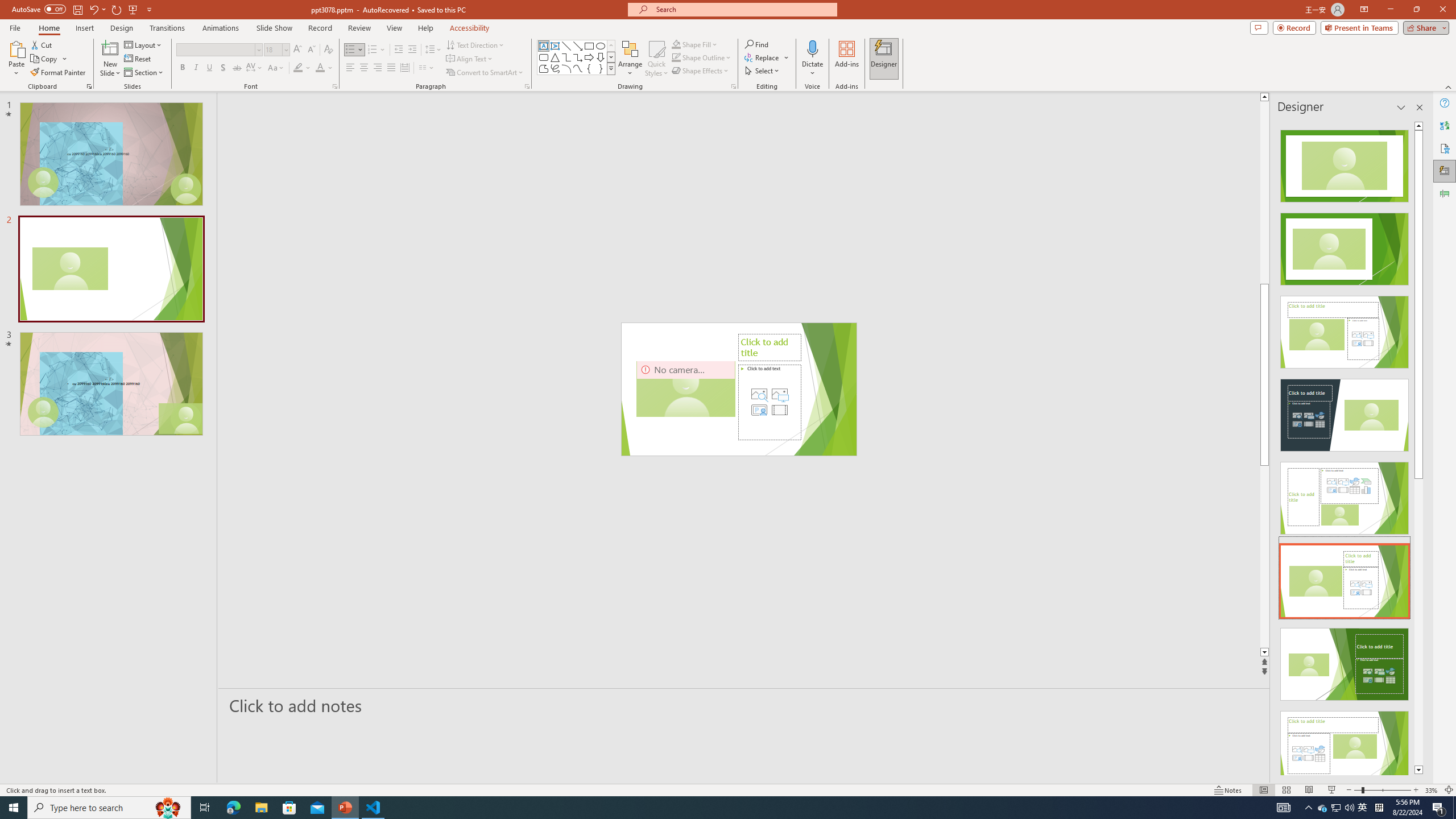 This screenshot has width=1456, height=819. I want to click on 'Recommended Design: Design Idea', so click(1345, 162).